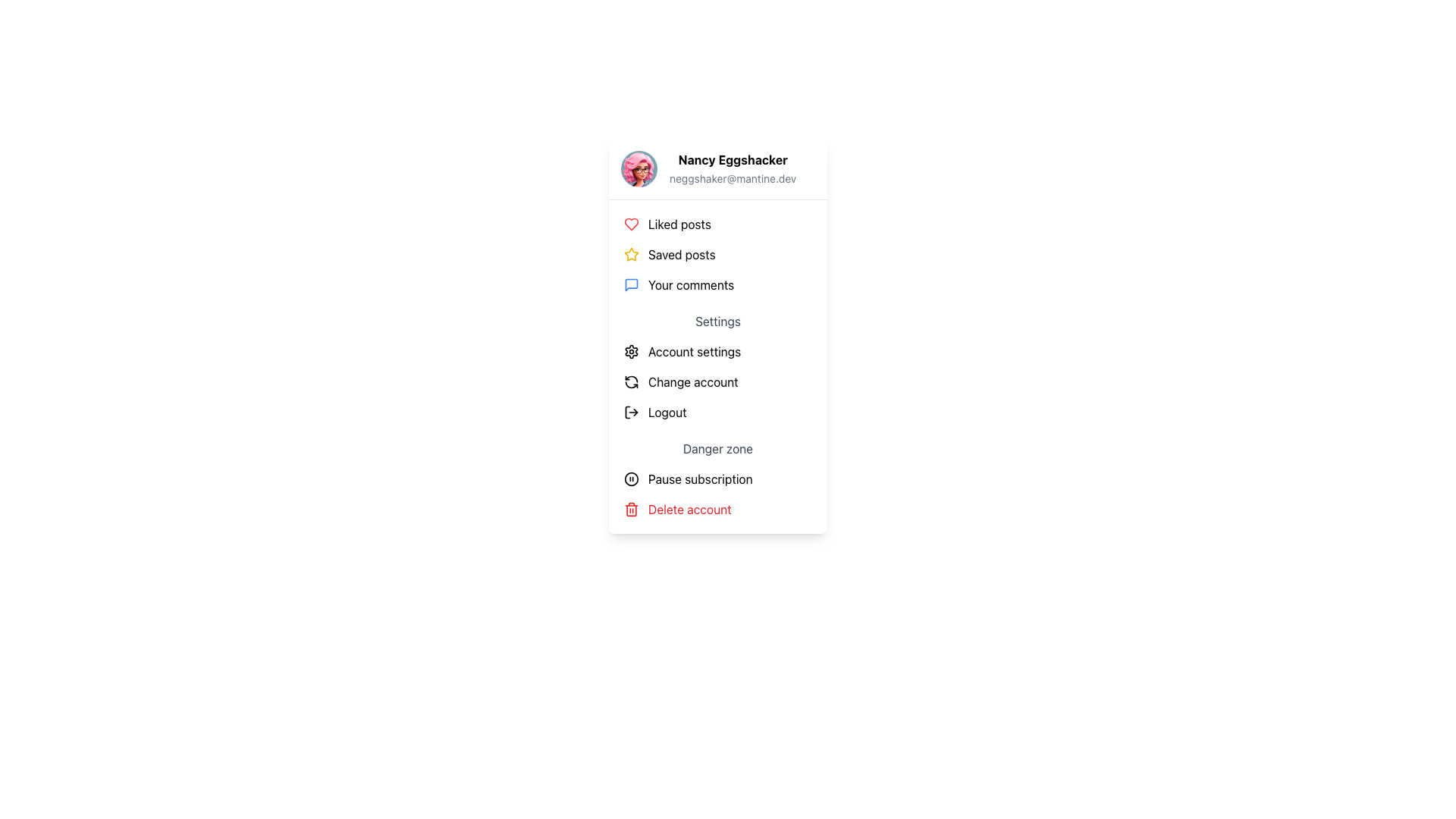  What do you see at coordinates (717, 509) in the screenshot?
I see `the 'Delete account' button, which is the second option in the 'Danger zone' menu, styled with red text and a trashbin icon` at bounding box center [717, 509].